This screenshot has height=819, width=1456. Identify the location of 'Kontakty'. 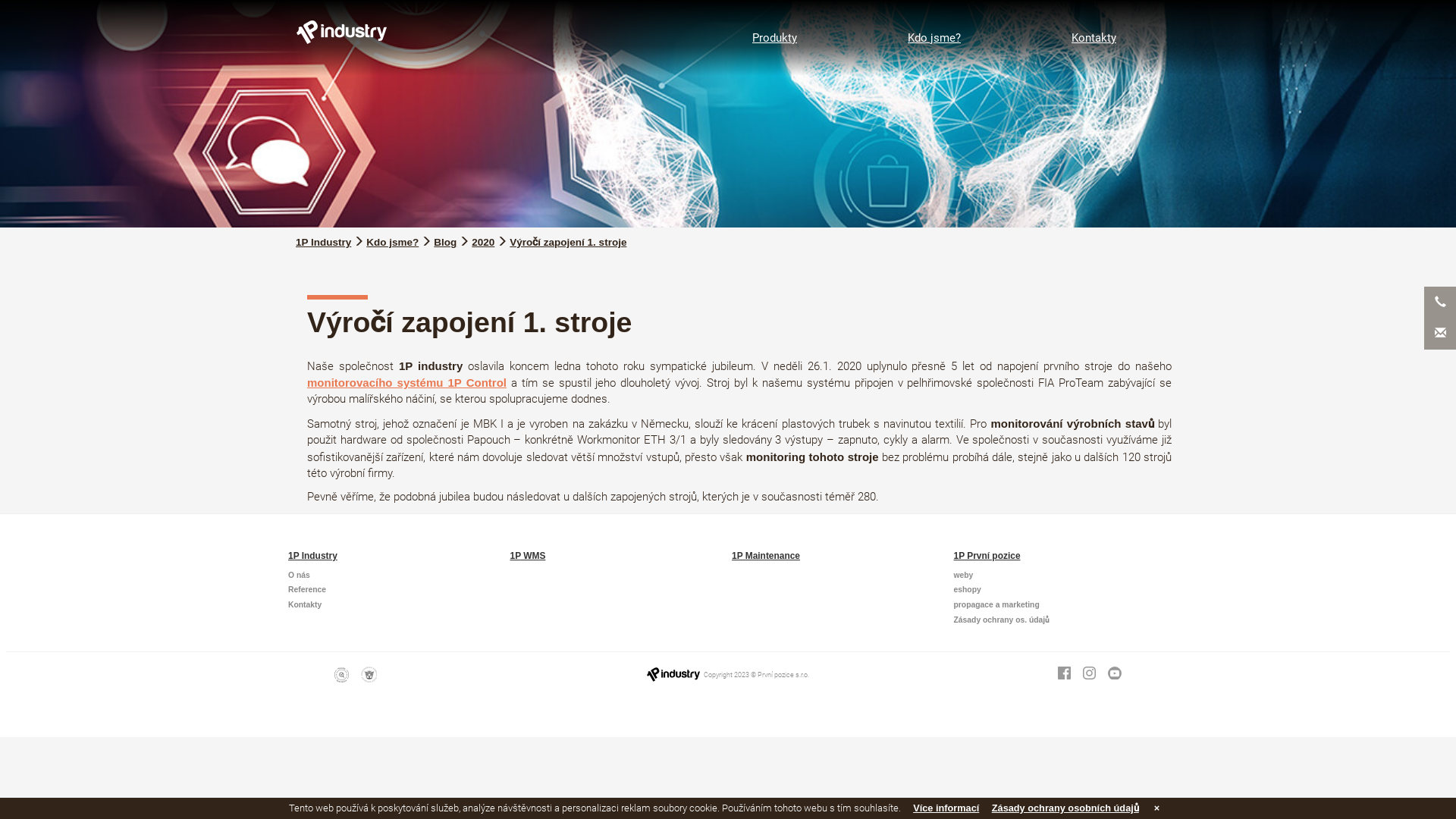
(1094, 37).